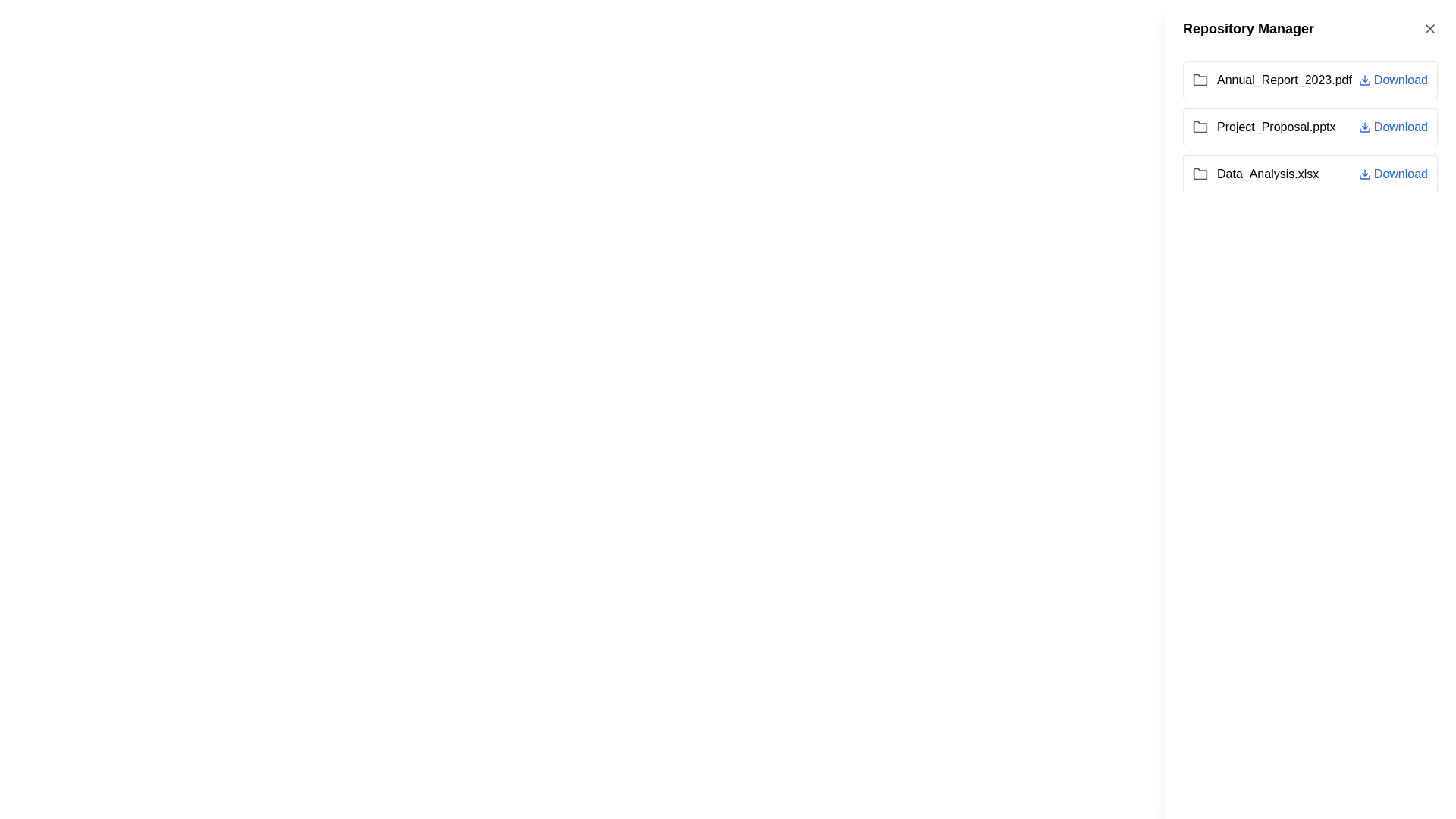 This screenshot has height=819, width=1456. Describe the element at coordinates (1393, 80) in the screenshot. I see `the download button for the file 'Annual_Report_2023.pdf' to initiate the download` at that location.